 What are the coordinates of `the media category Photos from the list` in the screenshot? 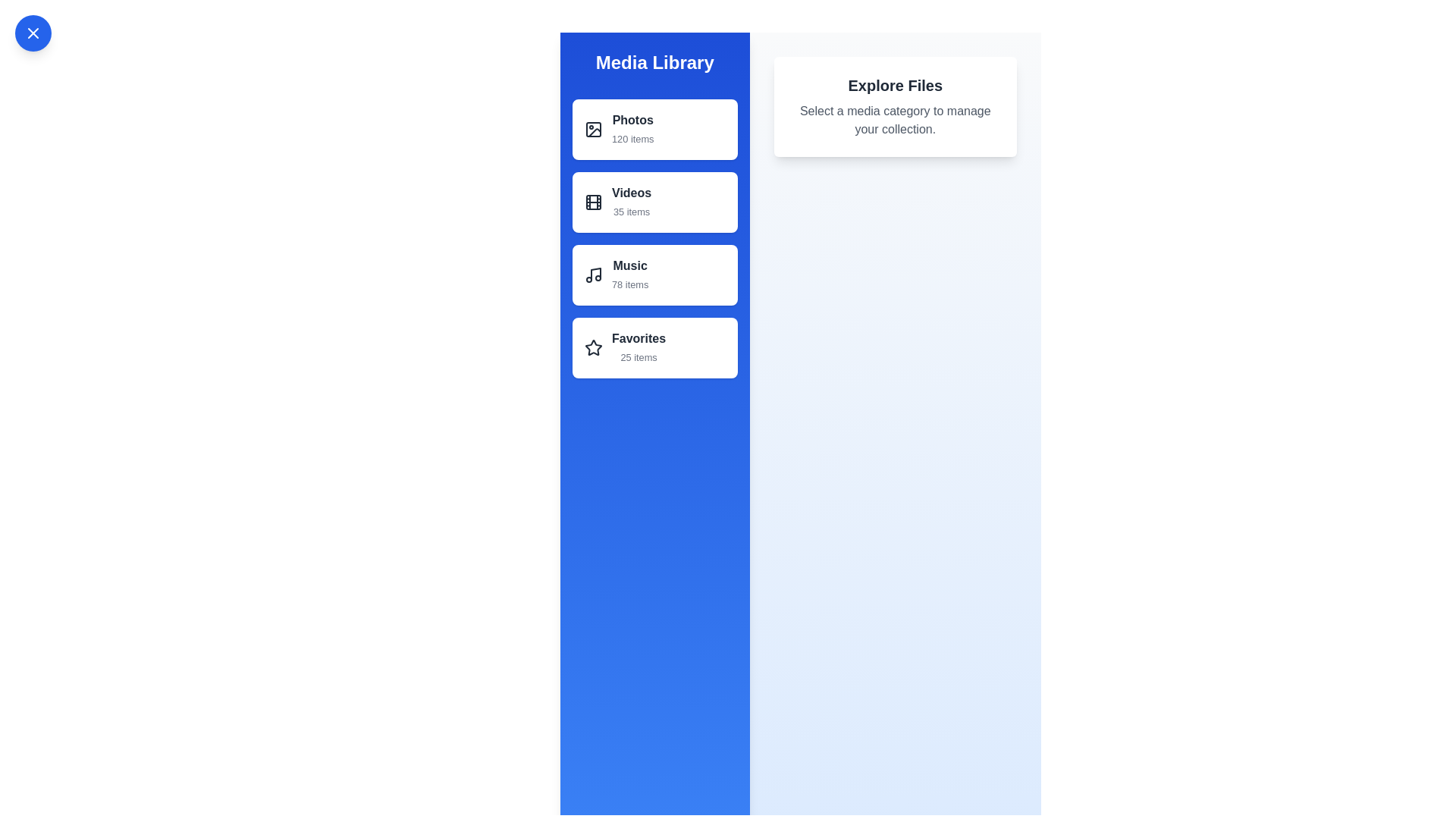 It's located at (654, 128).